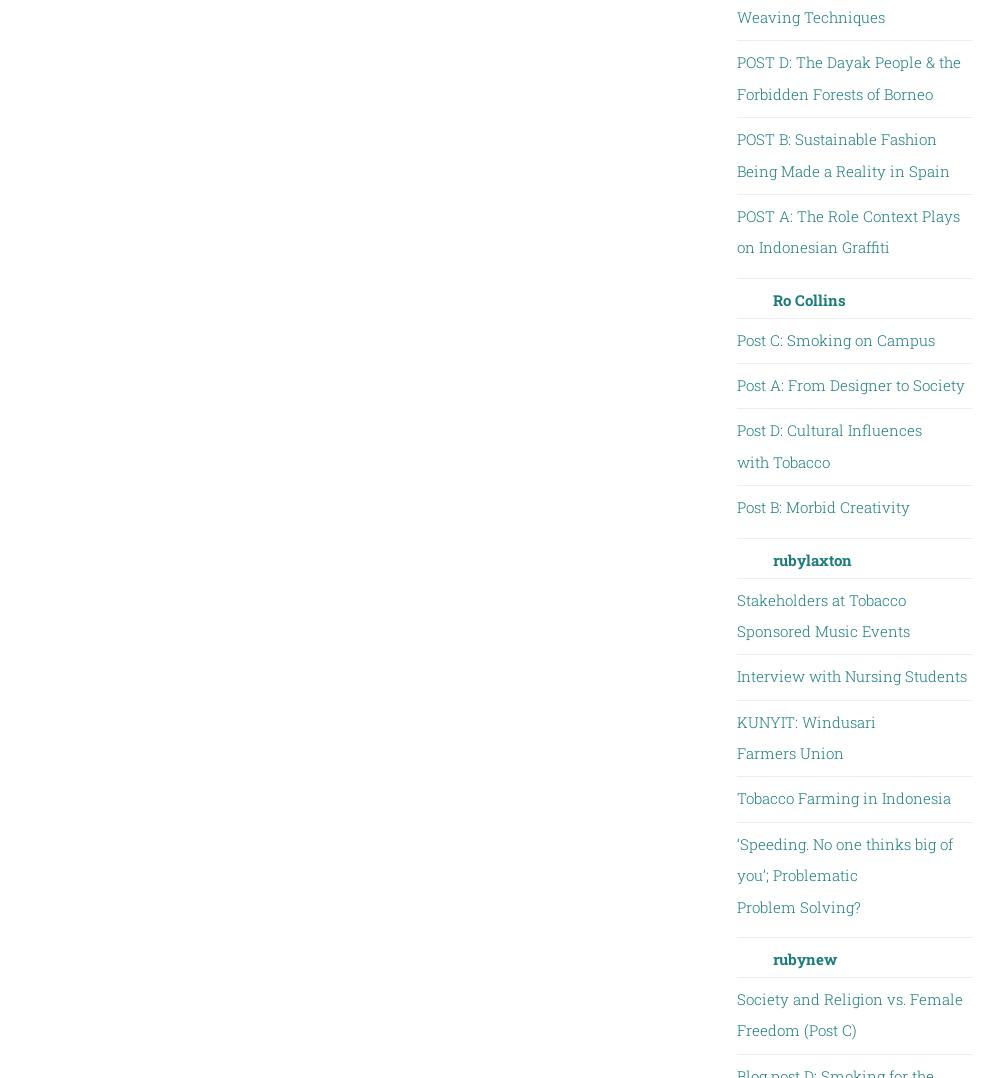  Describe the element at coordinates (846, 231) in the screenshot. I see `'POST A: The Role Context Plays on Indonesian Graffiti'` at that location.